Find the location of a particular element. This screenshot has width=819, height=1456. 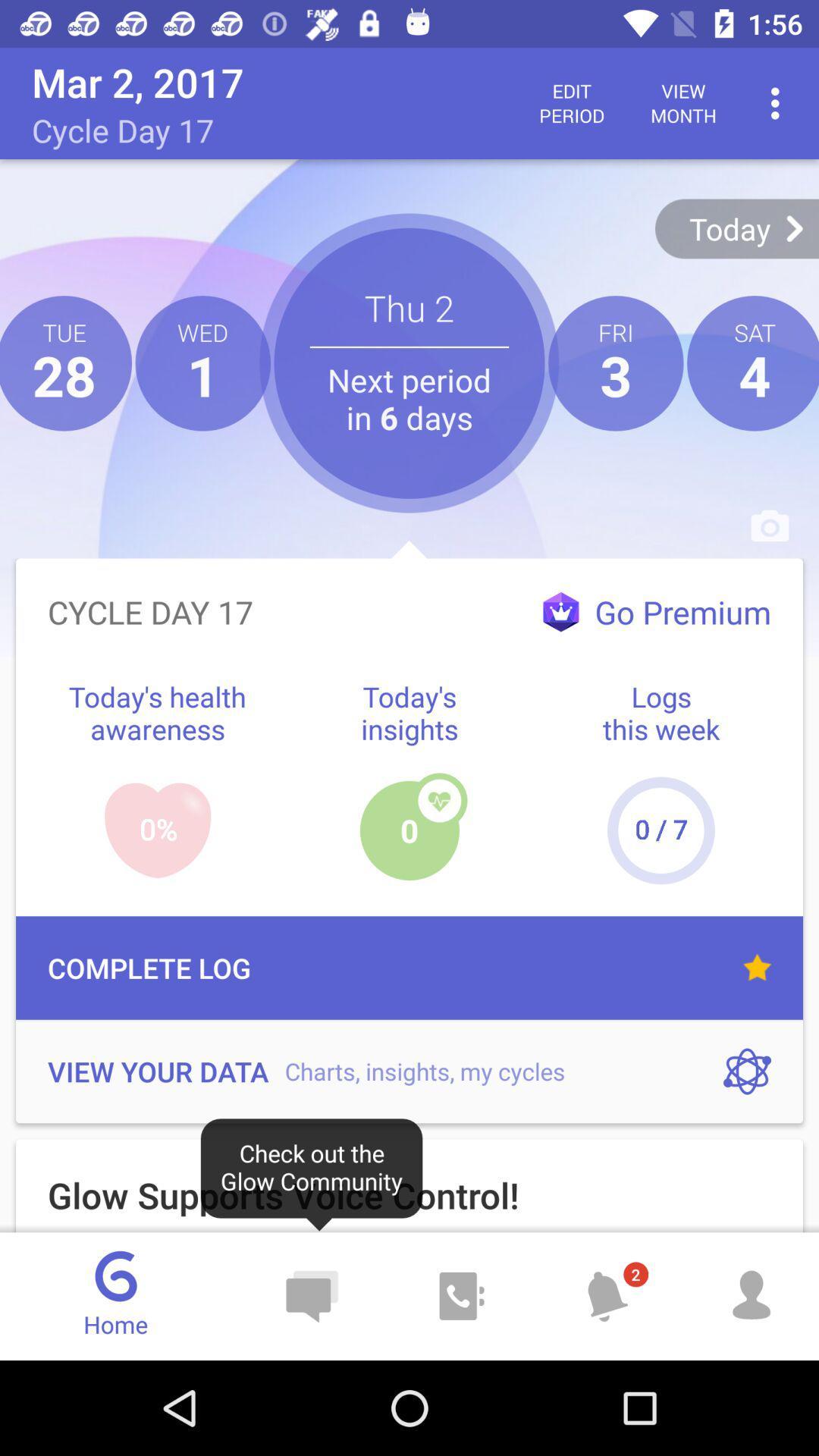

the text above logs this week is located at coordinates (656, 612).